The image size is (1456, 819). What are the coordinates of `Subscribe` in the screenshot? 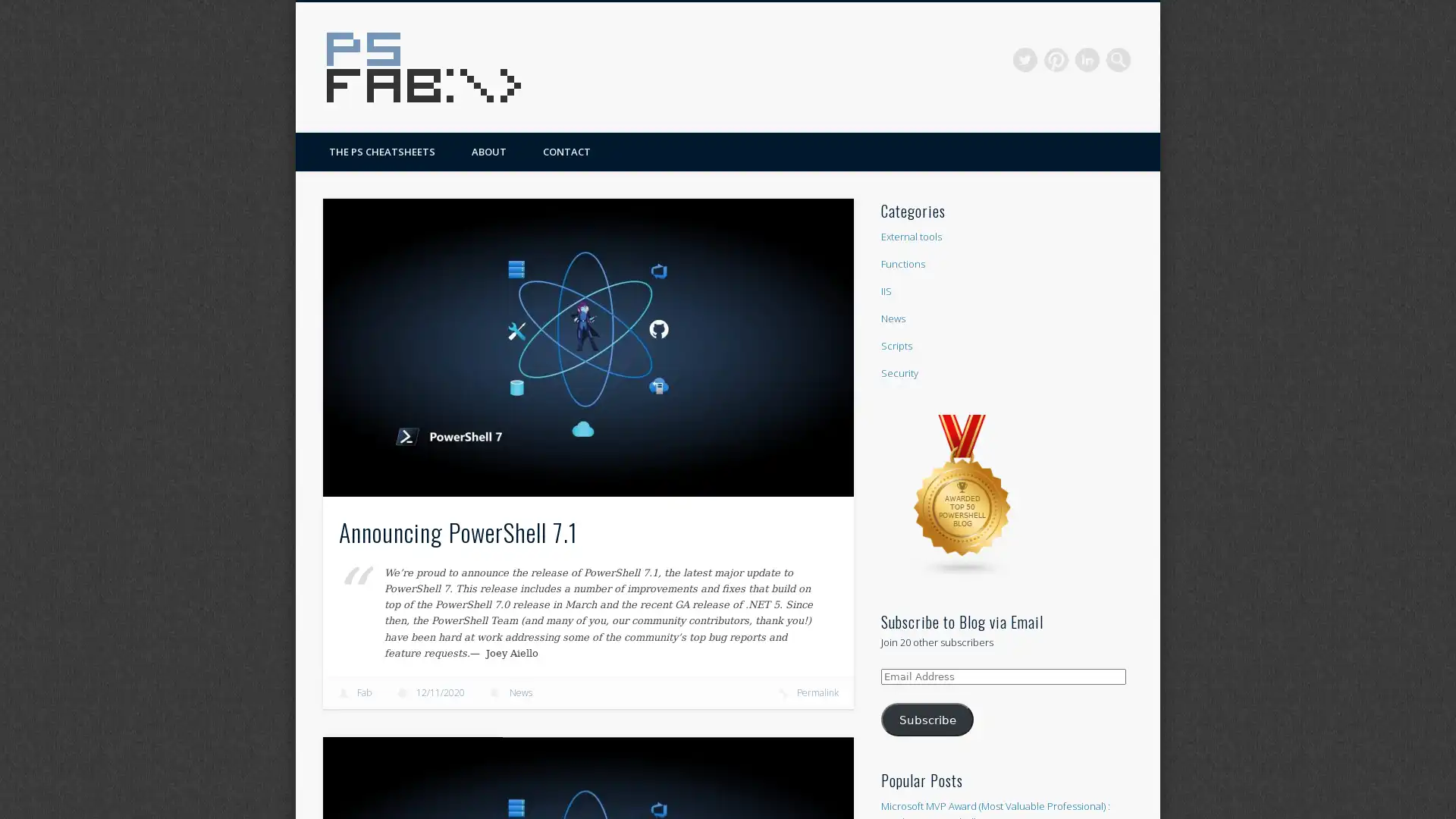 It's located at (927, 718).